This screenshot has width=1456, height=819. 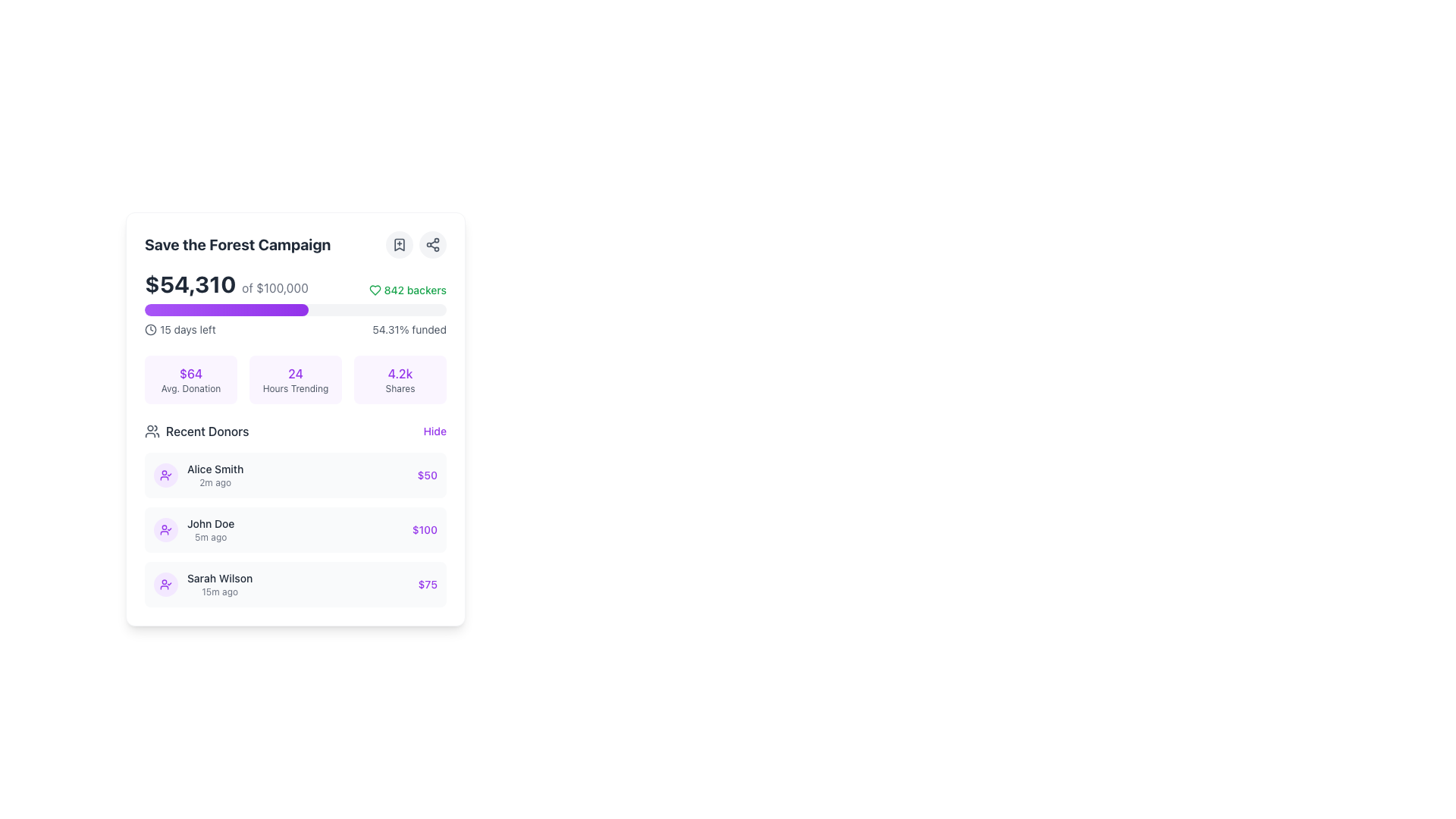 What do you see at coordinates (295, 309) in the screenshot?
I see `the progress indicator bar located below the financial progress text ('$54,310 of $100,000') and above the metadata text ('15 days left' and '54.31% funded')` at bounding box center [295, 309].